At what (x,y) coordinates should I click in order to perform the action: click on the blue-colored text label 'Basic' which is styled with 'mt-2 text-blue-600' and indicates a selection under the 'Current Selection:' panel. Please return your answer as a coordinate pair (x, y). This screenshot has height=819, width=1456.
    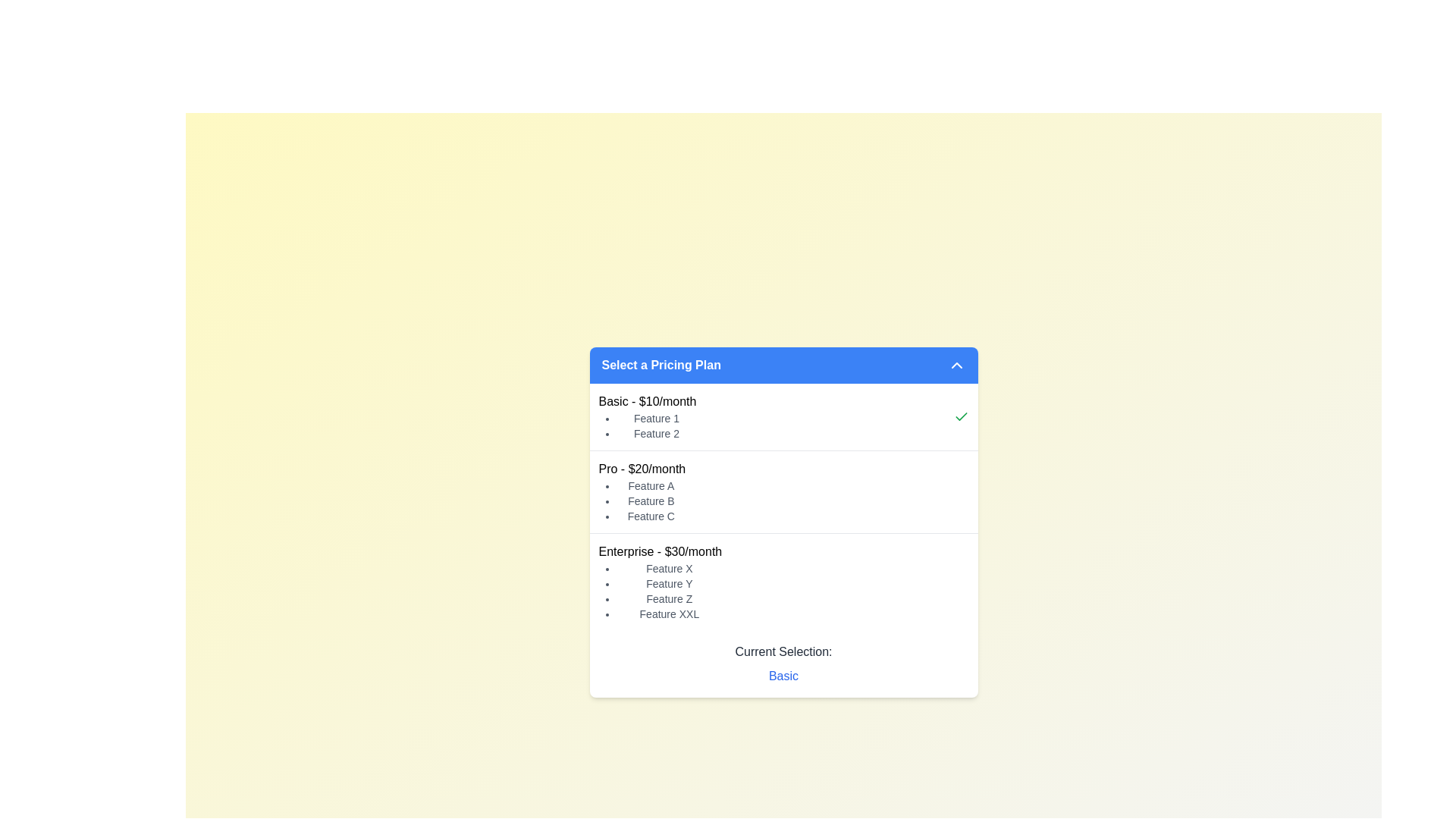
    Looking at the image, I should click on (783, 675).